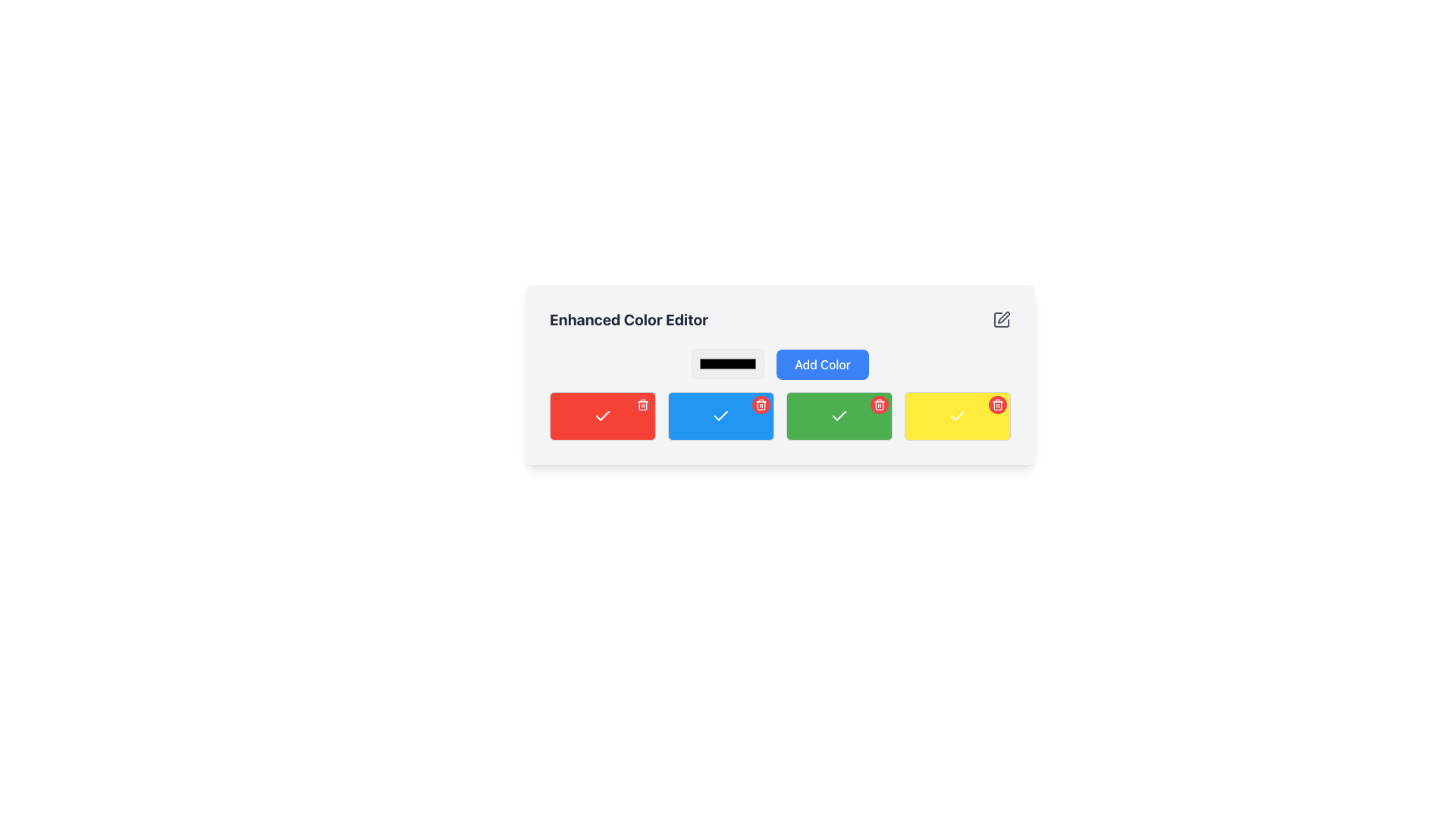 The image size is (1456, 819). I want to click on the fourth rectangle in the color selection grid, so click(956, 416).